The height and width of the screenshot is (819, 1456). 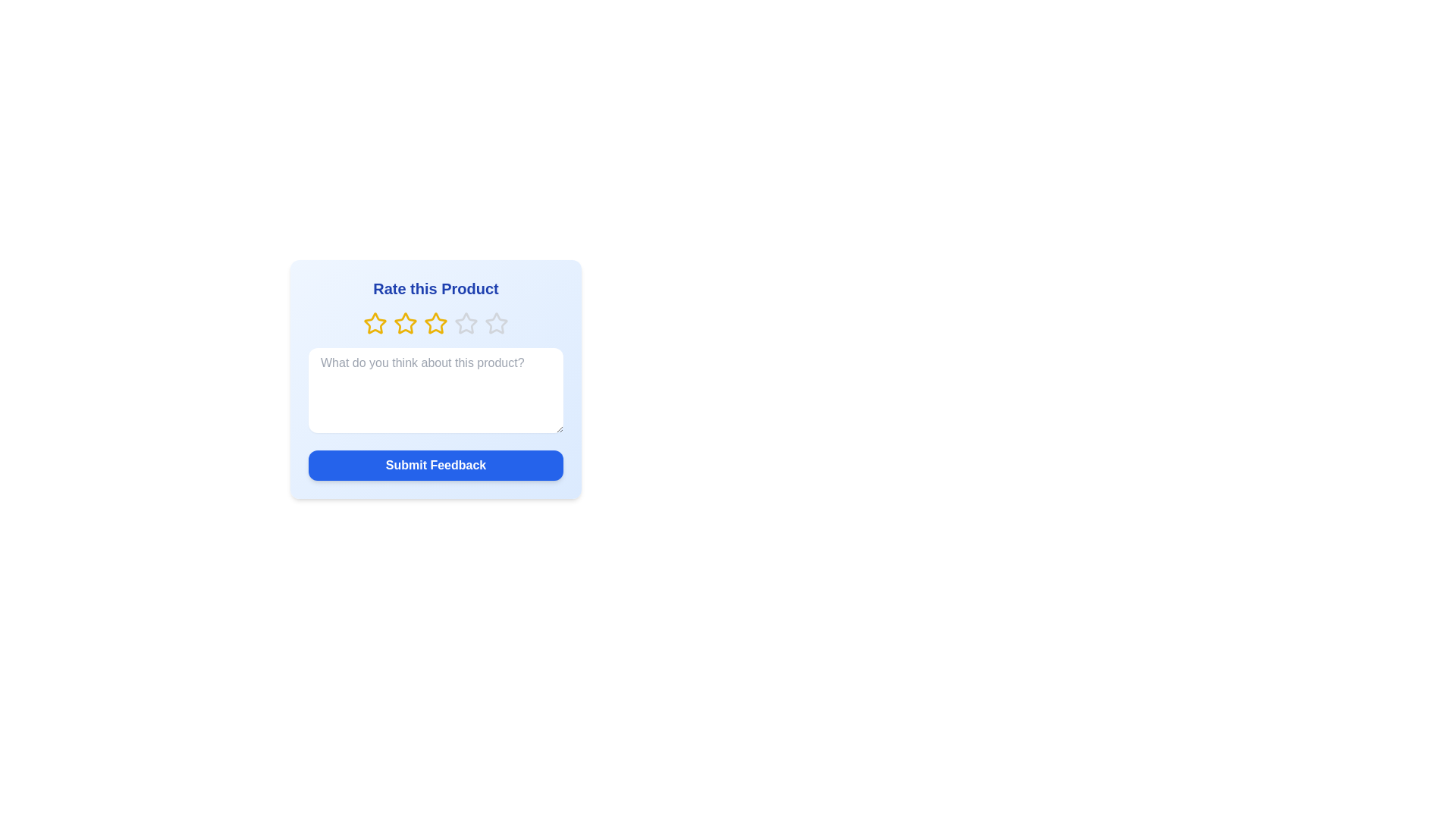 I want to click on the second star icon in the rating component, so click(x=435, y=322).